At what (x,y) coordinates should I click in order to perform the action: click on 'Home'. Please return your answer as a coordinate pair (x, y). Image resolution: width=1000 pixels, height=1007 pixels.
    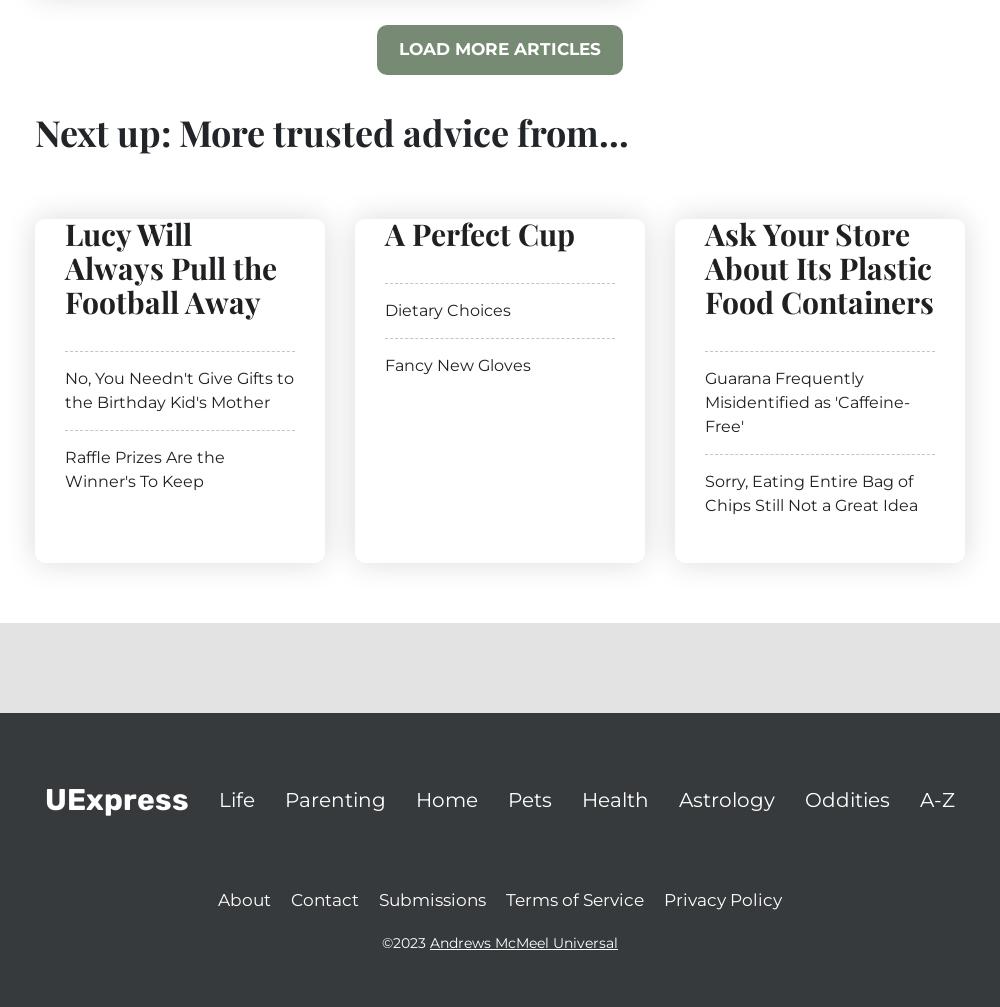
    Looking at the image, I should click on (446, 797).